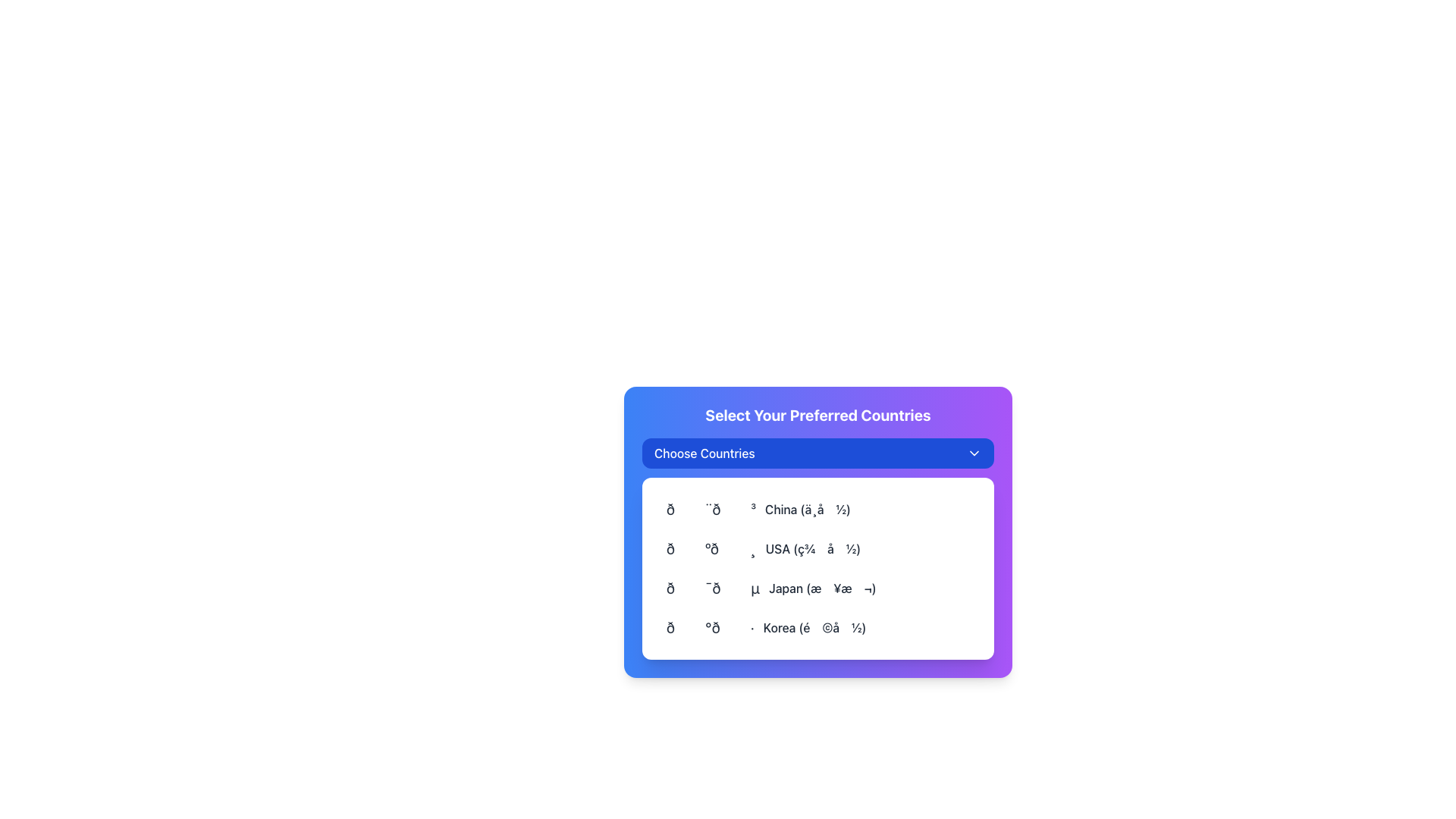  I want to click on the chevron icon located to the far right of the 'Choose Countries' label, so click(974, 452).